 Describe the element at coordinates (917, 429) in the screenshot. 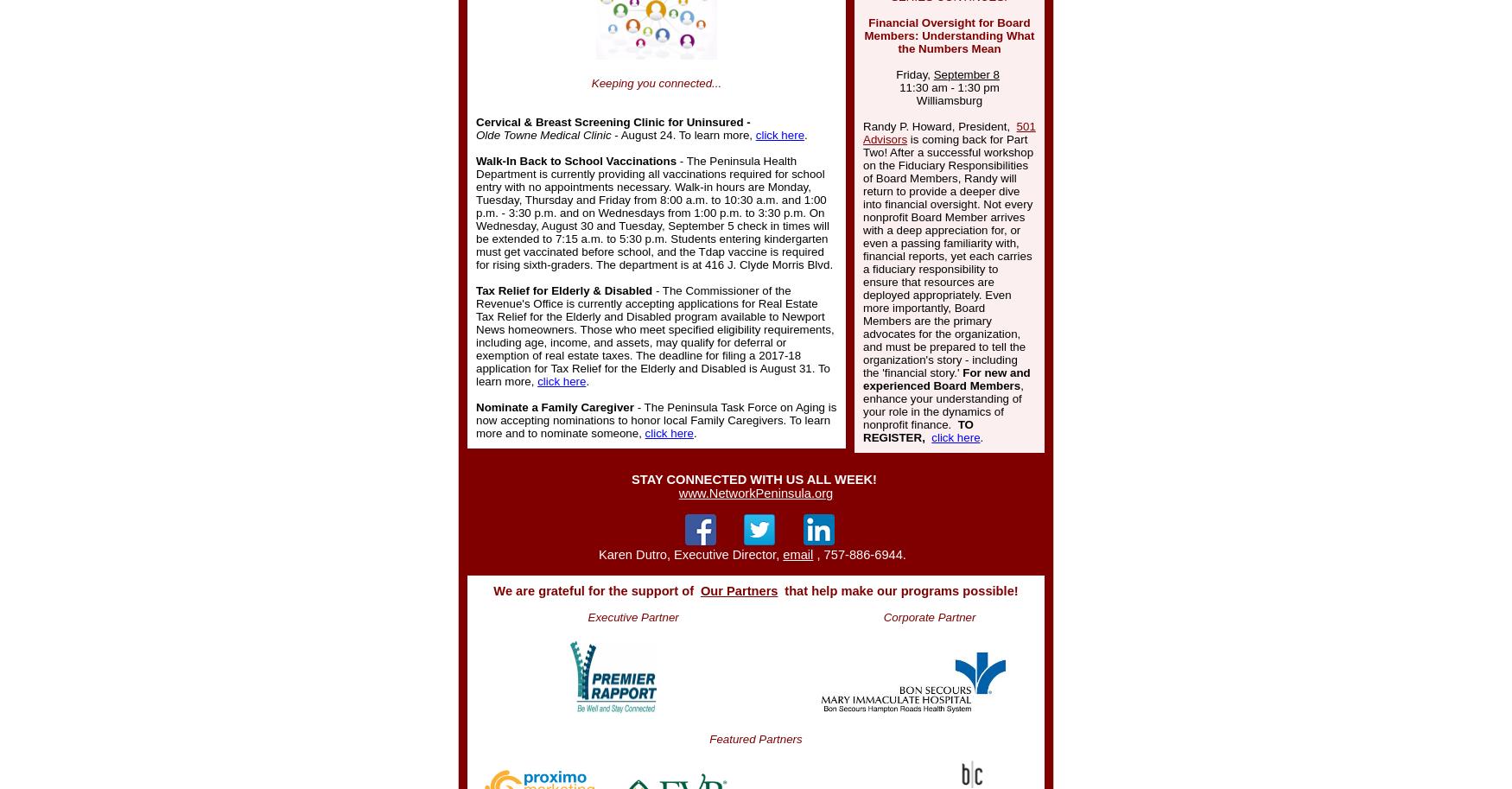

I see `'TO REGISTER,'` at that location.